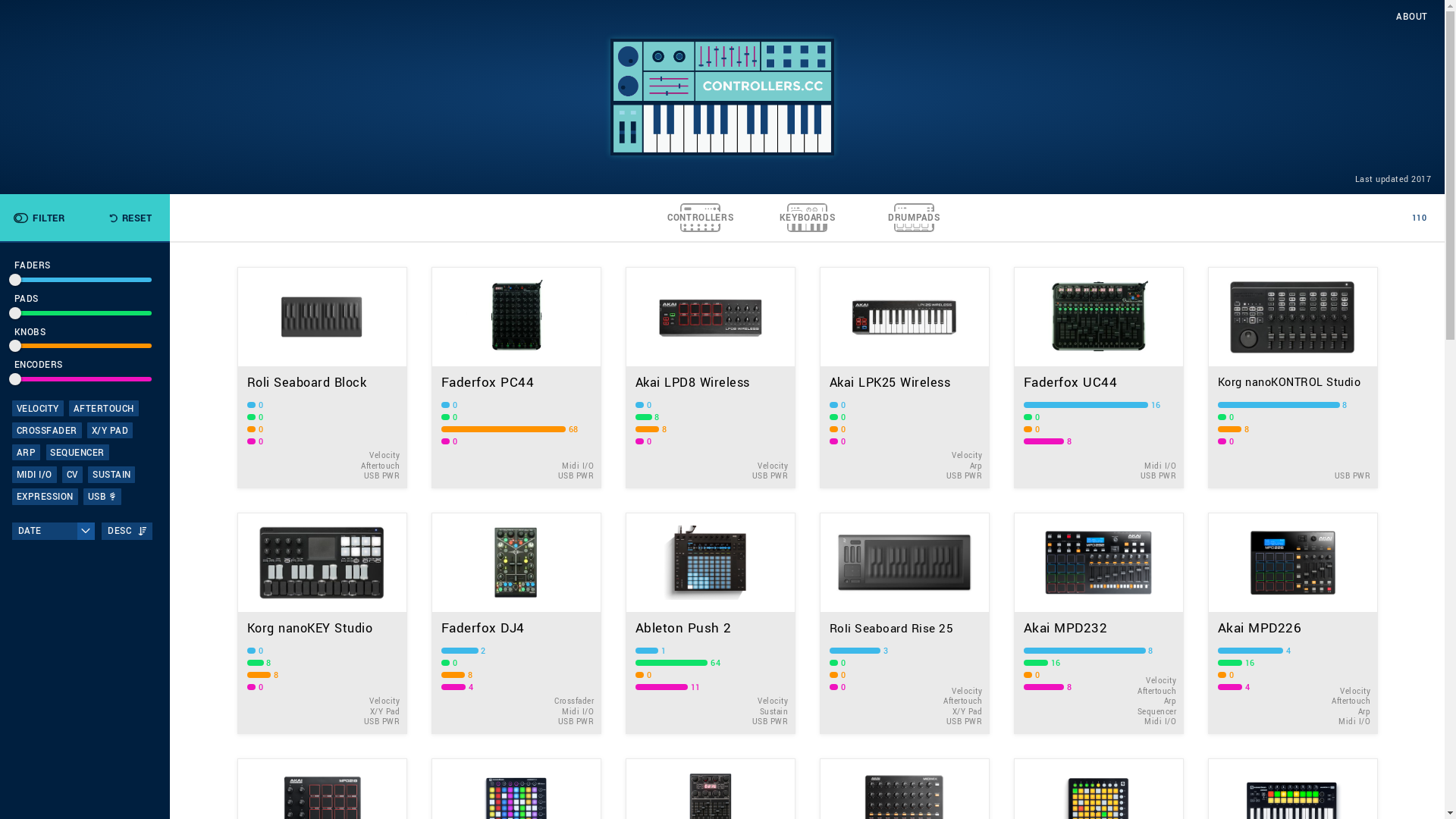 The width and height of the screenshot is (1456, 819). I want to click on 'CONTROLLERS', so click(699, 217).